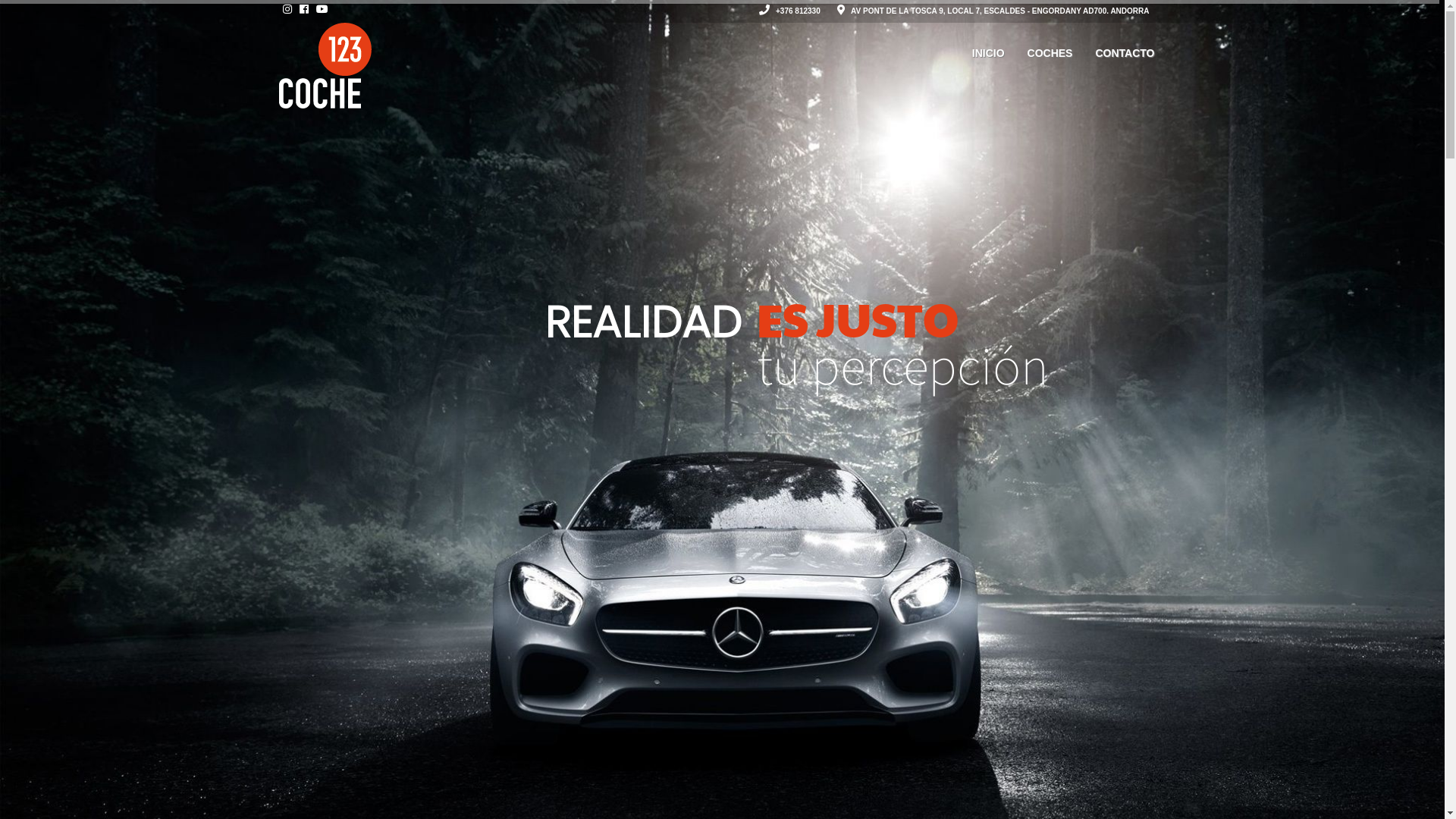 This screenshot has width=1456, height=819. What do you see at coordinates (1015, 52) in the screenshot?
I see `'COCHES'` at bounding box center [1015, 52].